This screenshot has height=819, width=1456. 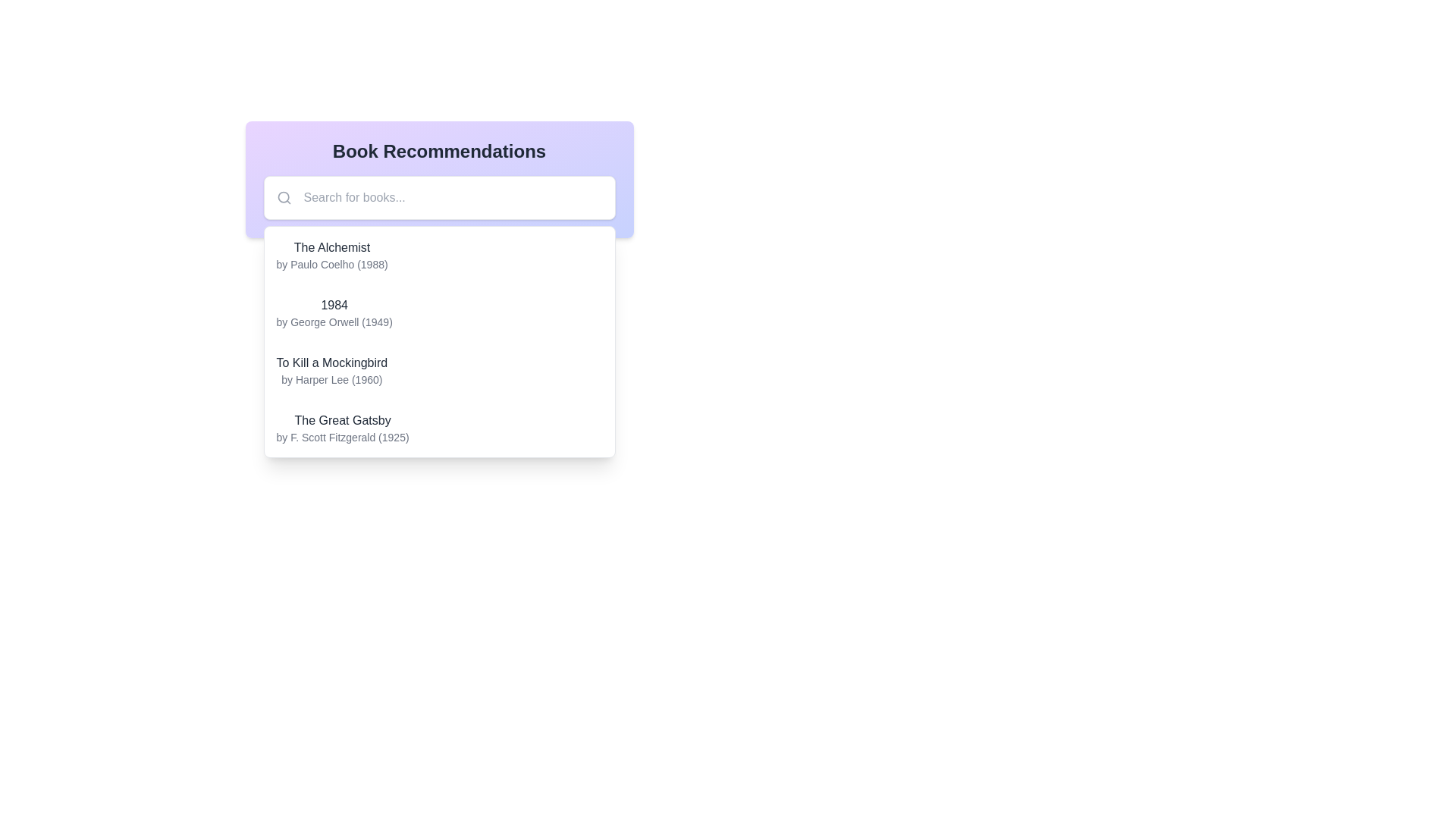 I want to click on the fourth book entry, so click(x=341, y=428).